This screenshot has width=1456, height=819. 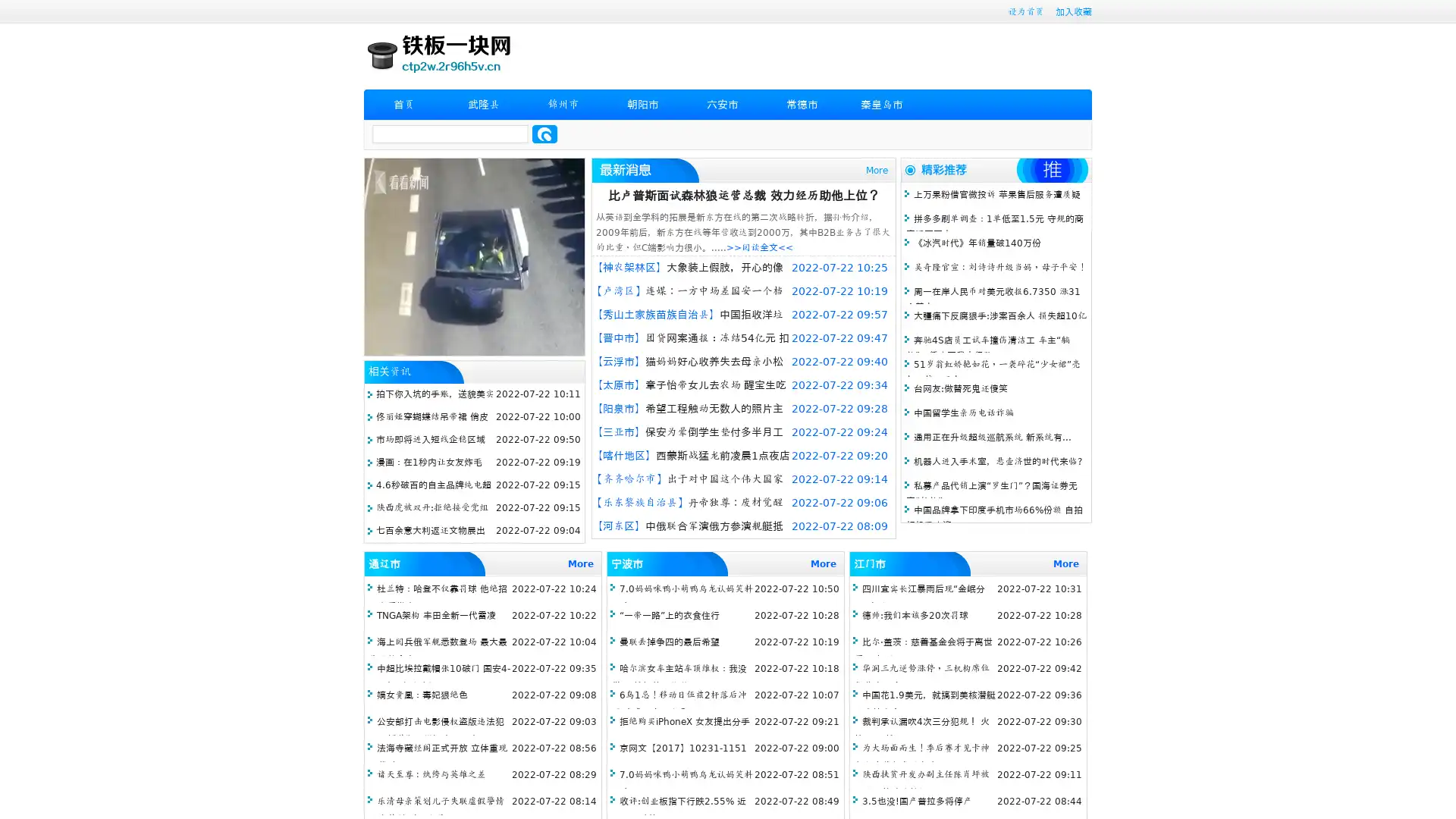 What do you see at coordinates (544, 133) in the screenshot?
I see `Search` at bounding box center [544, 133].